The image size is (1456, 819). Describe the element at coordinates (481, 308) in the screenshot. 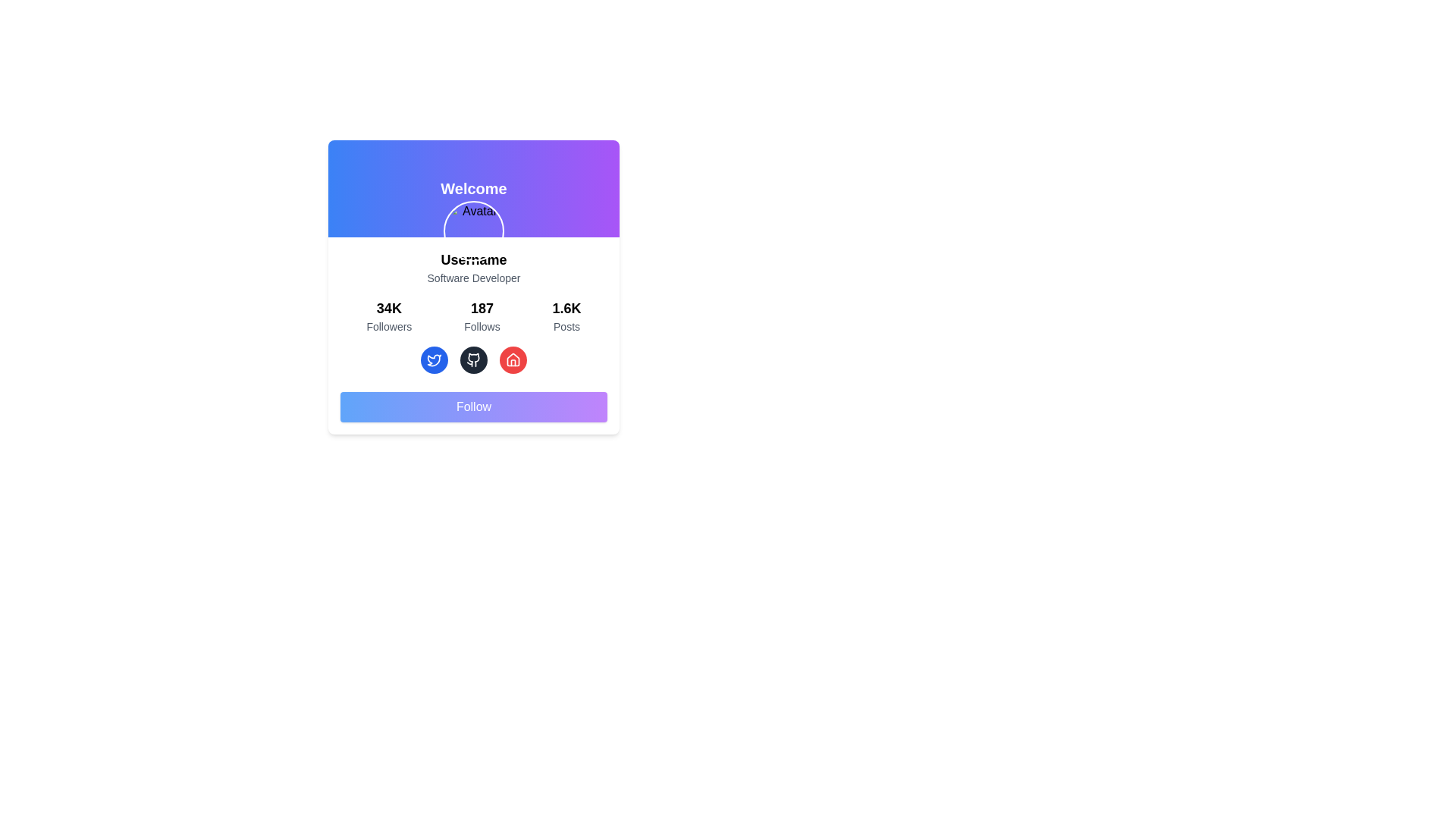

I see `the text display element showing '187 Follows', which is centrally located above the word 'Follows'` at that location.